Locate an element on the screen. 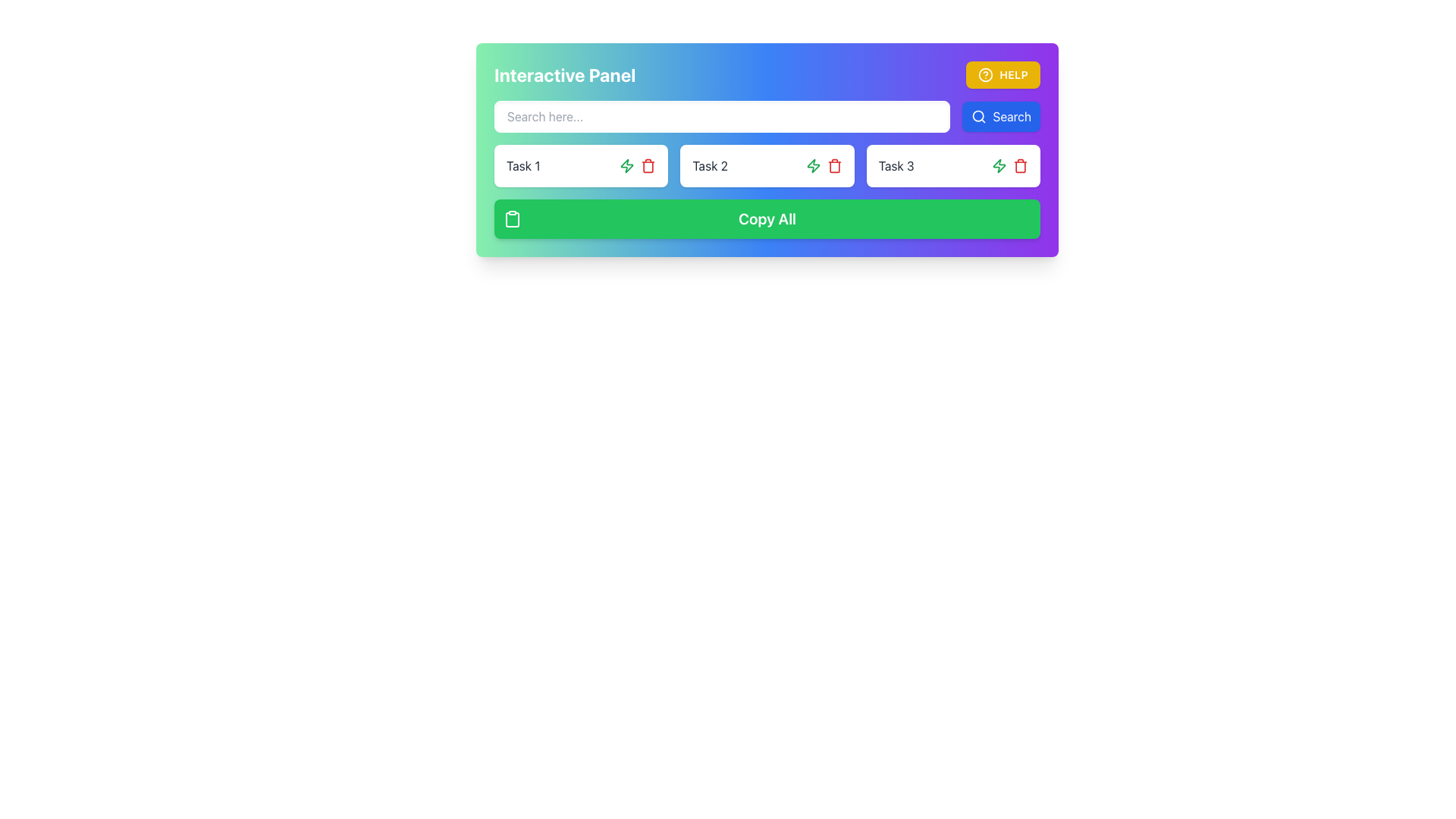 This screenshot has width=1456, height=819. the red trash icon in the 'Task 2' section is located at coordinates (648, 166).